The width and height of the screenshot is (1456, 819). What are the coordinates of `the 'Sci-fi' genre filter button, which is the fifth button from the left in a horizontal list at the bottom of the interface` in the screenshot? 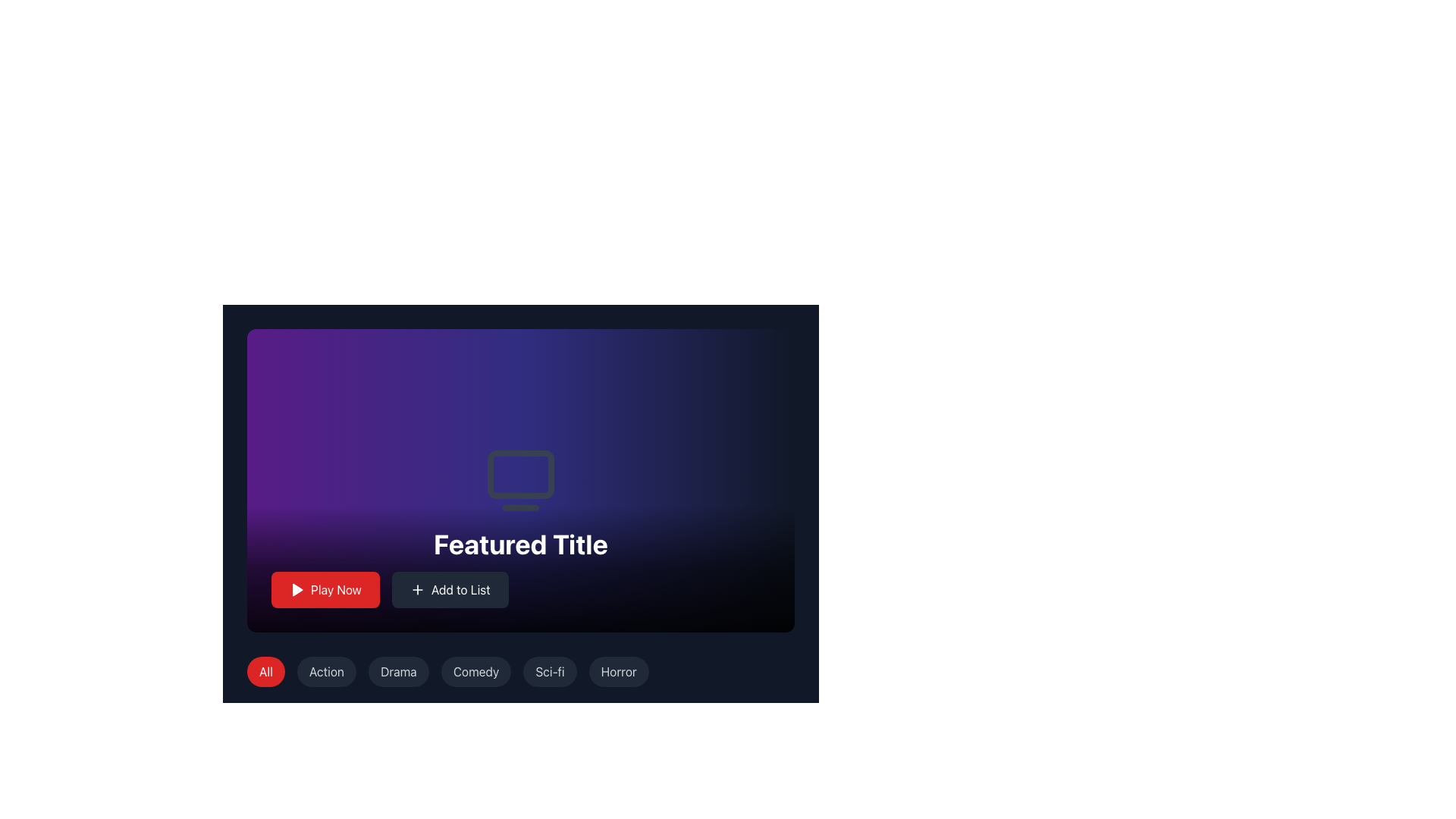 It's located at (549, 671).